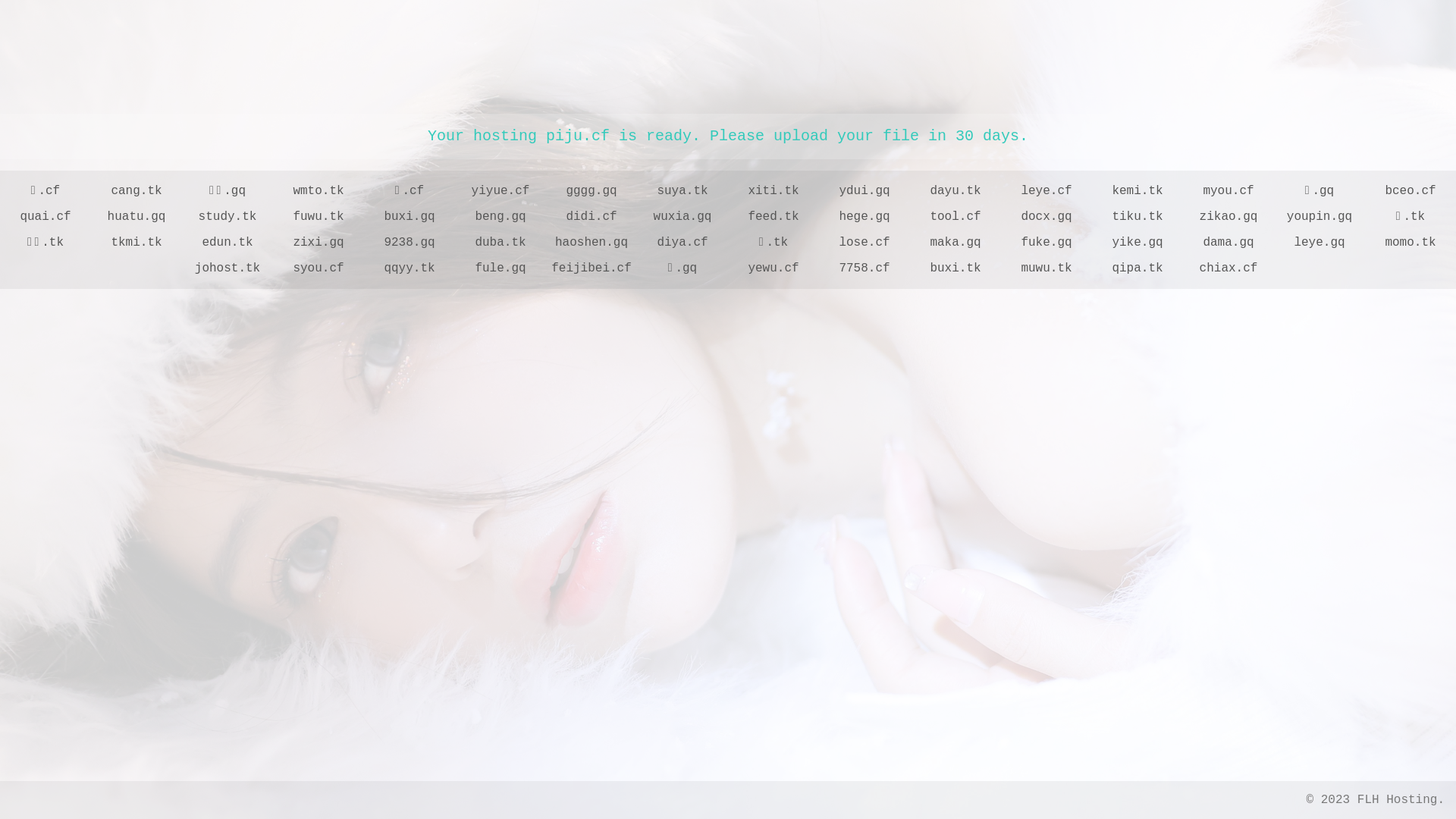 This screenshot has height=819, width=1456. I want to click on 'qqyy.tk', so click(409, 268).